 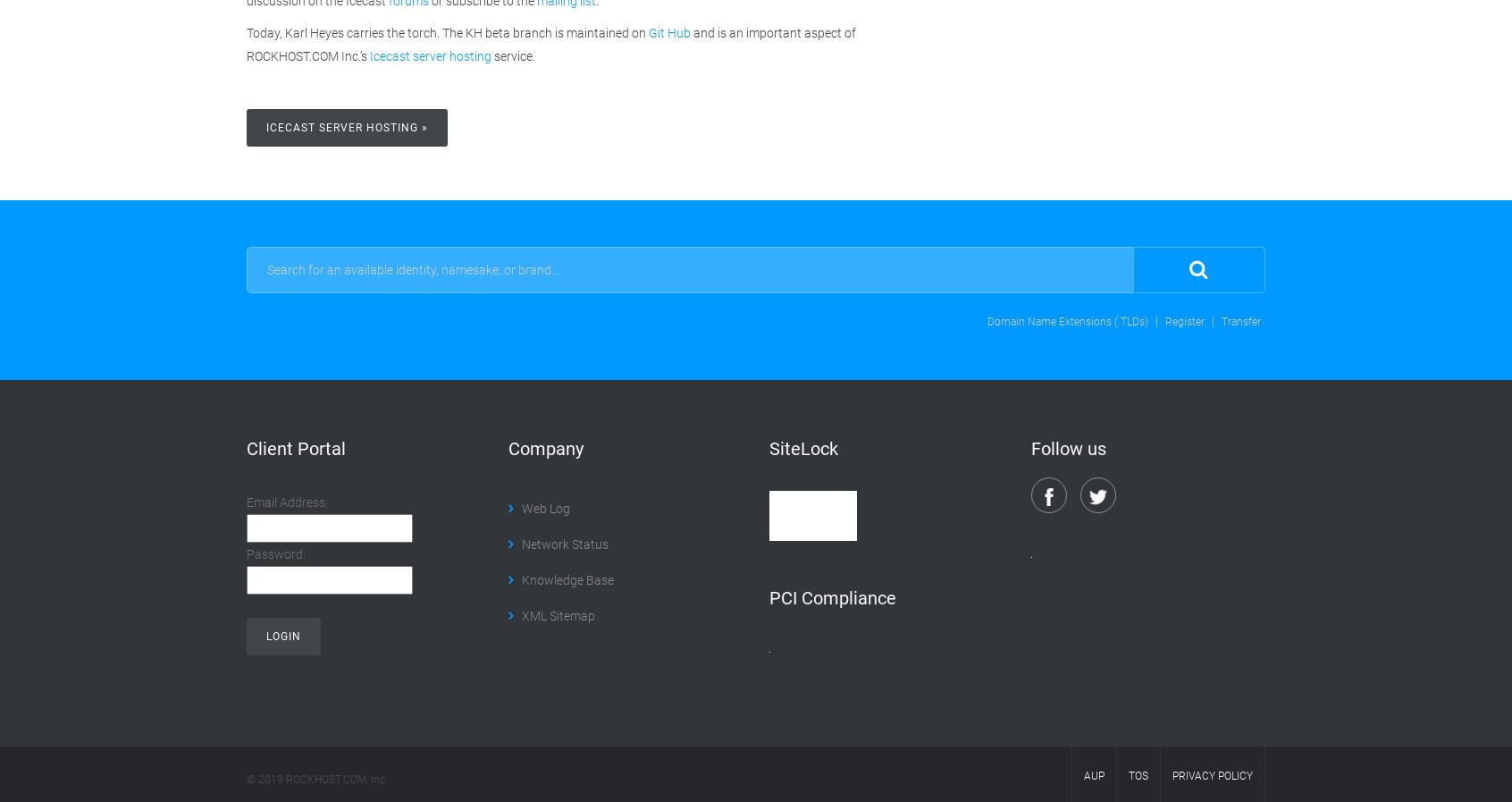 I want to click on 'SiteLock', so click(x=802, y=447).